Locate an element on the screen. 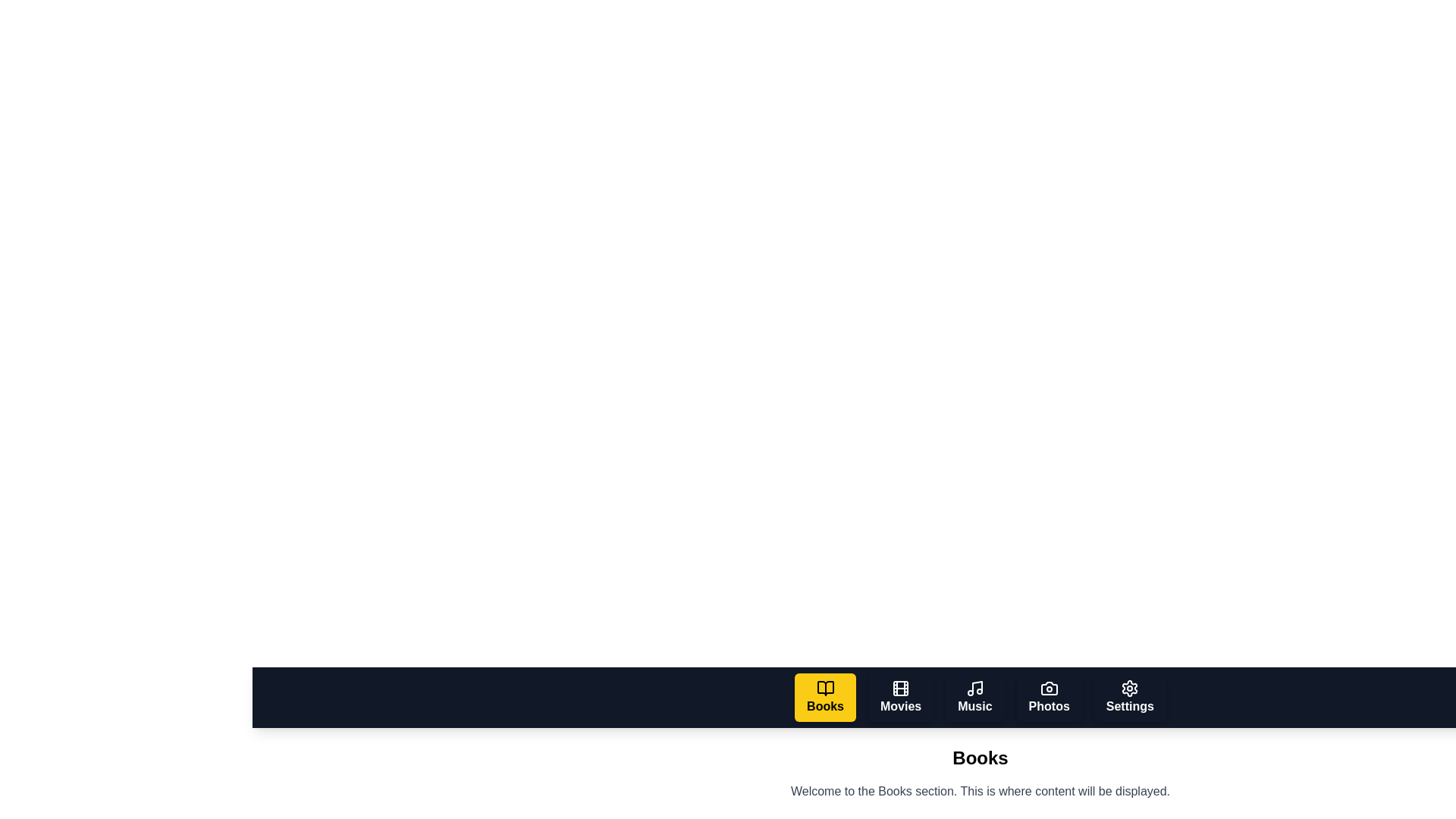 This screenshot has width=1456, height=819. the Photos tab by clicking on its button is located at coordinates (1048, 698).